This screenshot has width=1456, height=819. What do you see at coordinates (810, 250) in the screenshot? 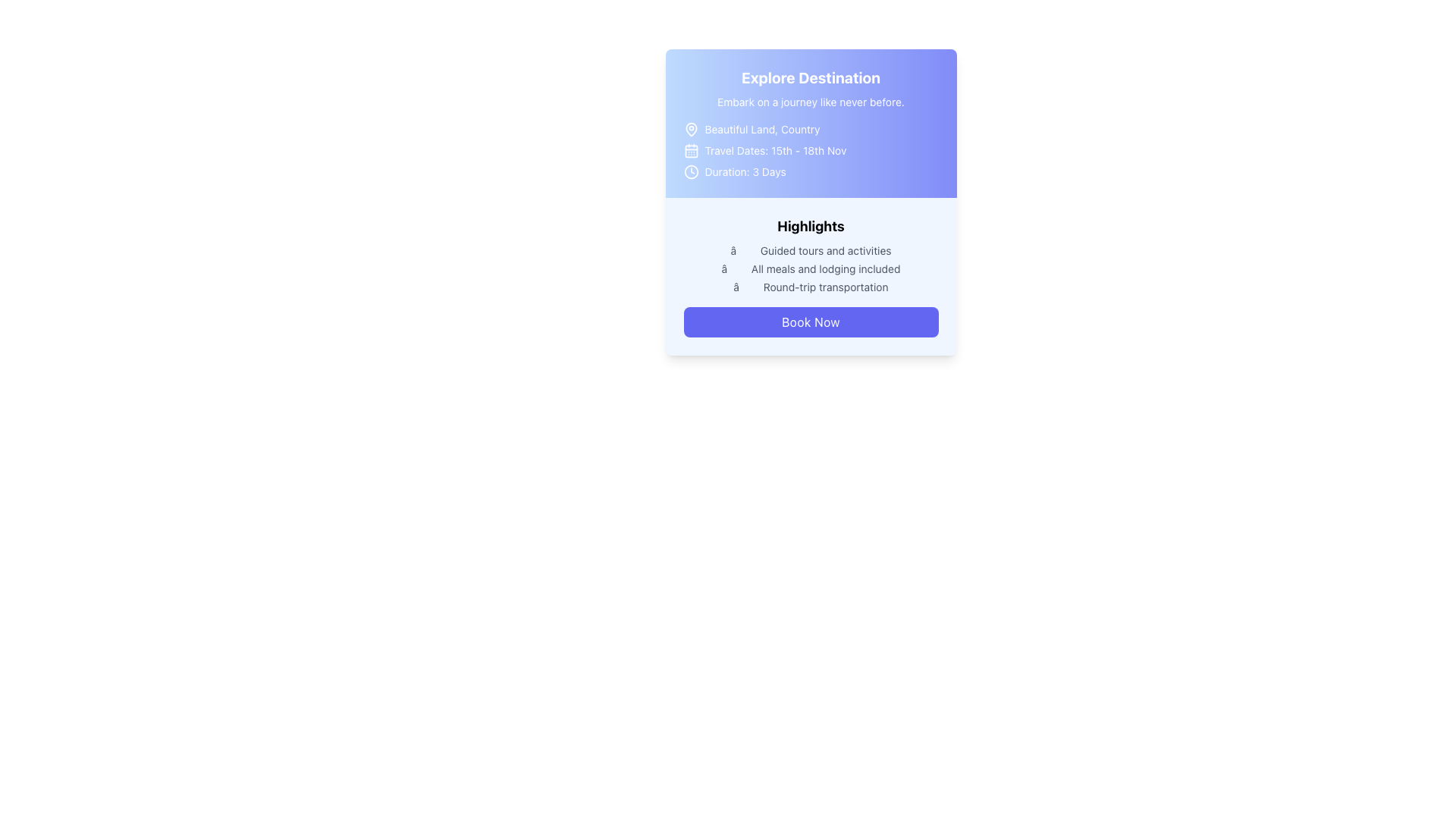
I see `the first list item under the 'Highlights' header, which provides information about a feature of the service or product, if it is interactive` at bounding box center [810, 250].